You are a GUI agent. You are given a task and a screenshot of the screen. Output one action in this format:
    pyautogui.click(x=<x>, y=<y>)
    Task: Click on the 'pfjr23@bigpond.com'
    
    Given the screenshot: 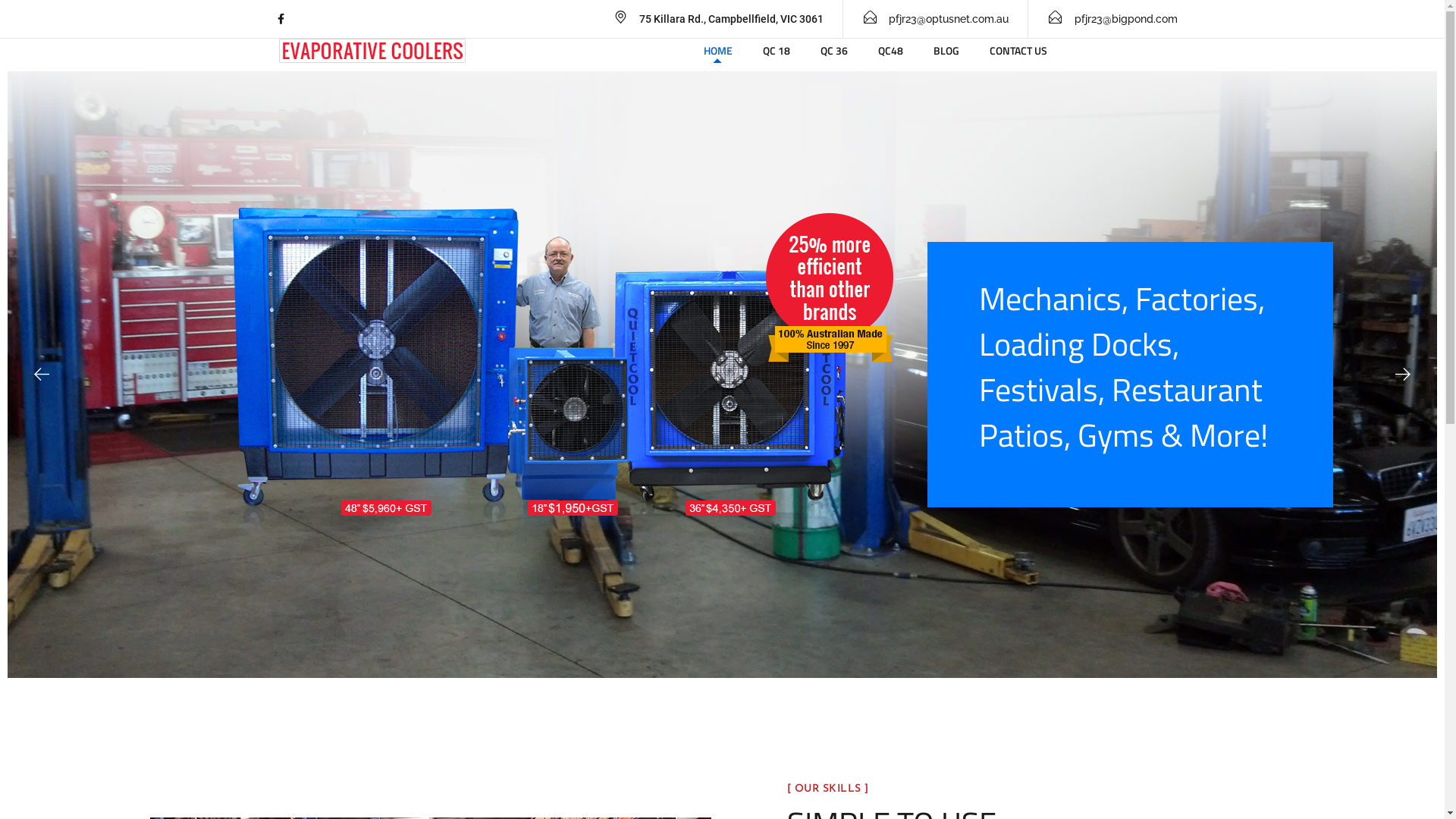 What is the action you would take?
    pyautogui.click(x=1112, y=18)
    